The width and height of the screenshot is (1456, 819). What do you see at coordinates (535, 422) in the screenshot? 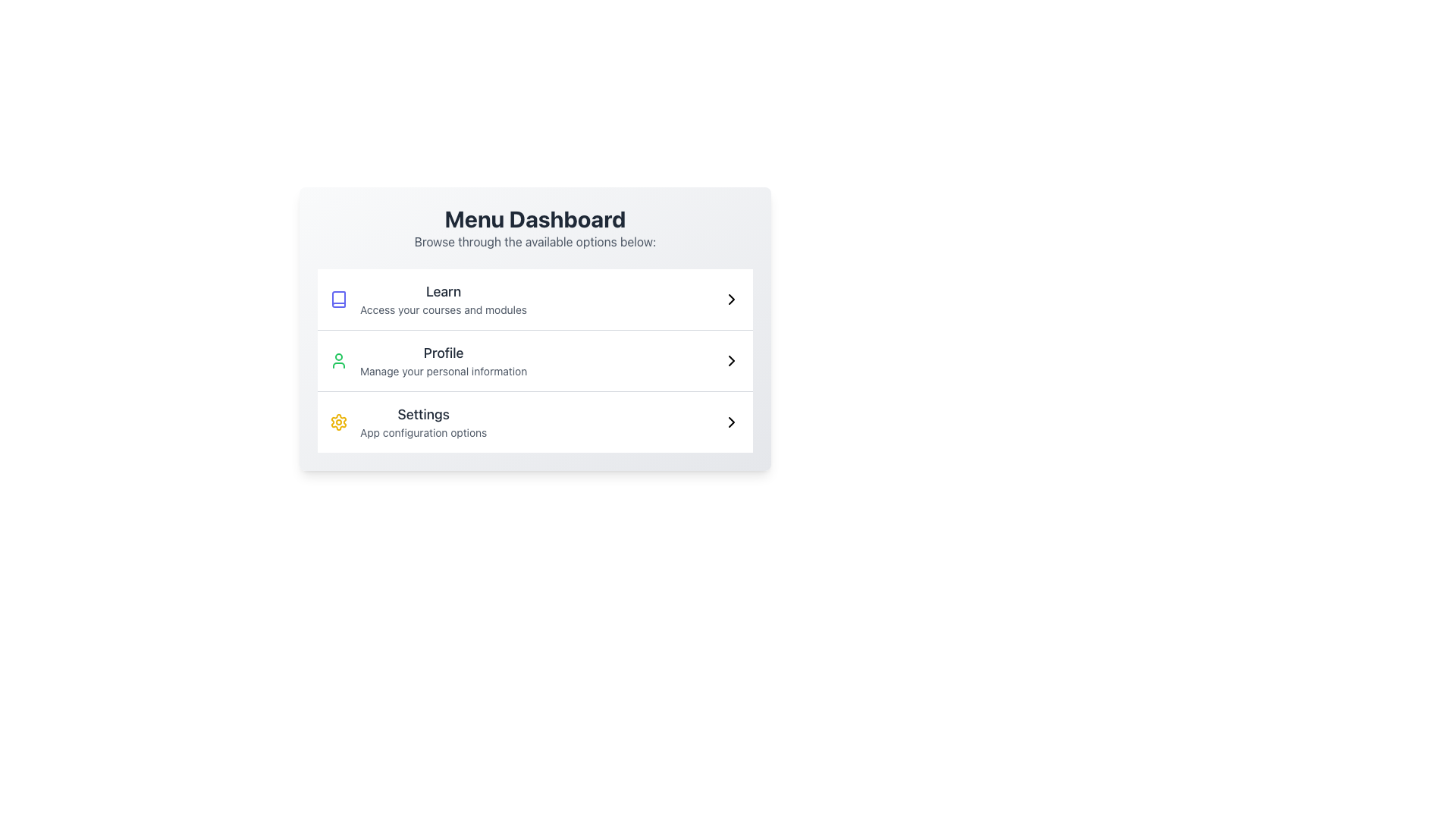
I see `the 'Settings' card item, which is the third item in a vertical list` at bounding box center [535, 422].